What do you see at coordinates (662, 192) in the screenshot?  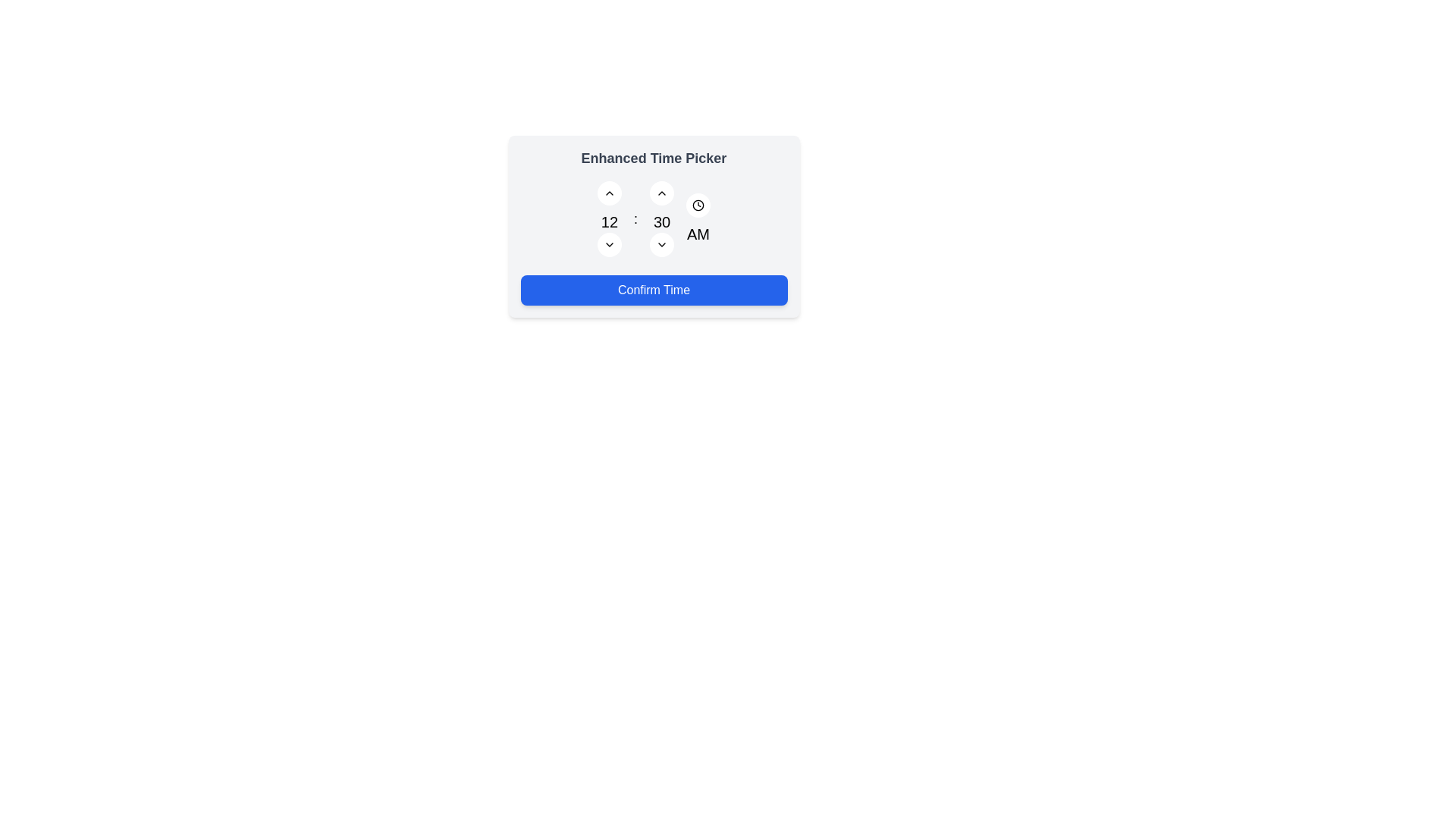 I see `the first button in a vertical stack that increases the numeric value by one to observe the background color change` at bounding box center [662, 192].